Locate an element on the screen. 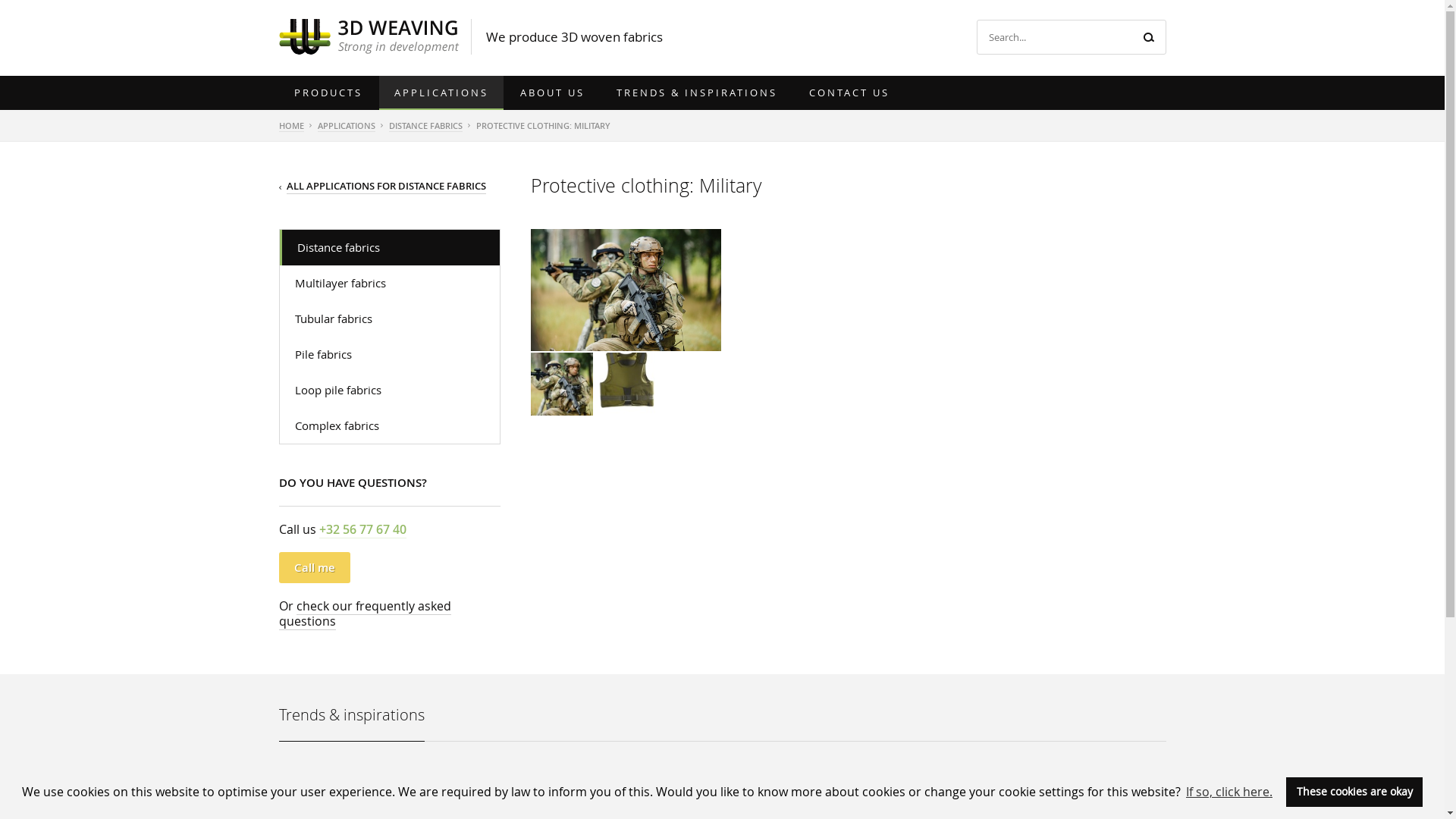 The image size is (1456, 819). 'Search' is located at coordinates (1148, 36).